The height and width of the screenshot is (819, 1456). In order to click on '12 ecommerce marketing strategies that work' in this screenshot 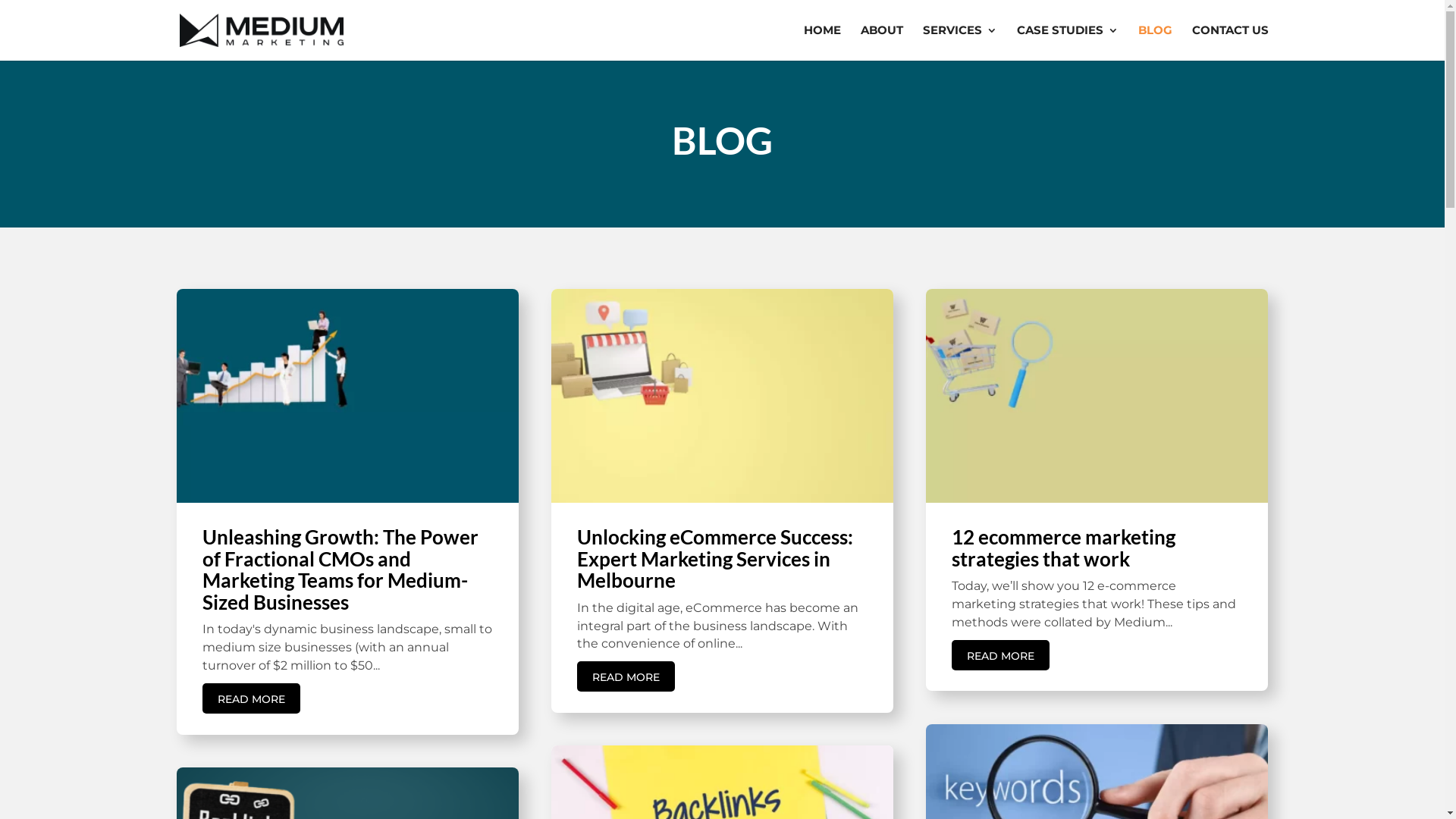, I will do `click(1062, 548)`.